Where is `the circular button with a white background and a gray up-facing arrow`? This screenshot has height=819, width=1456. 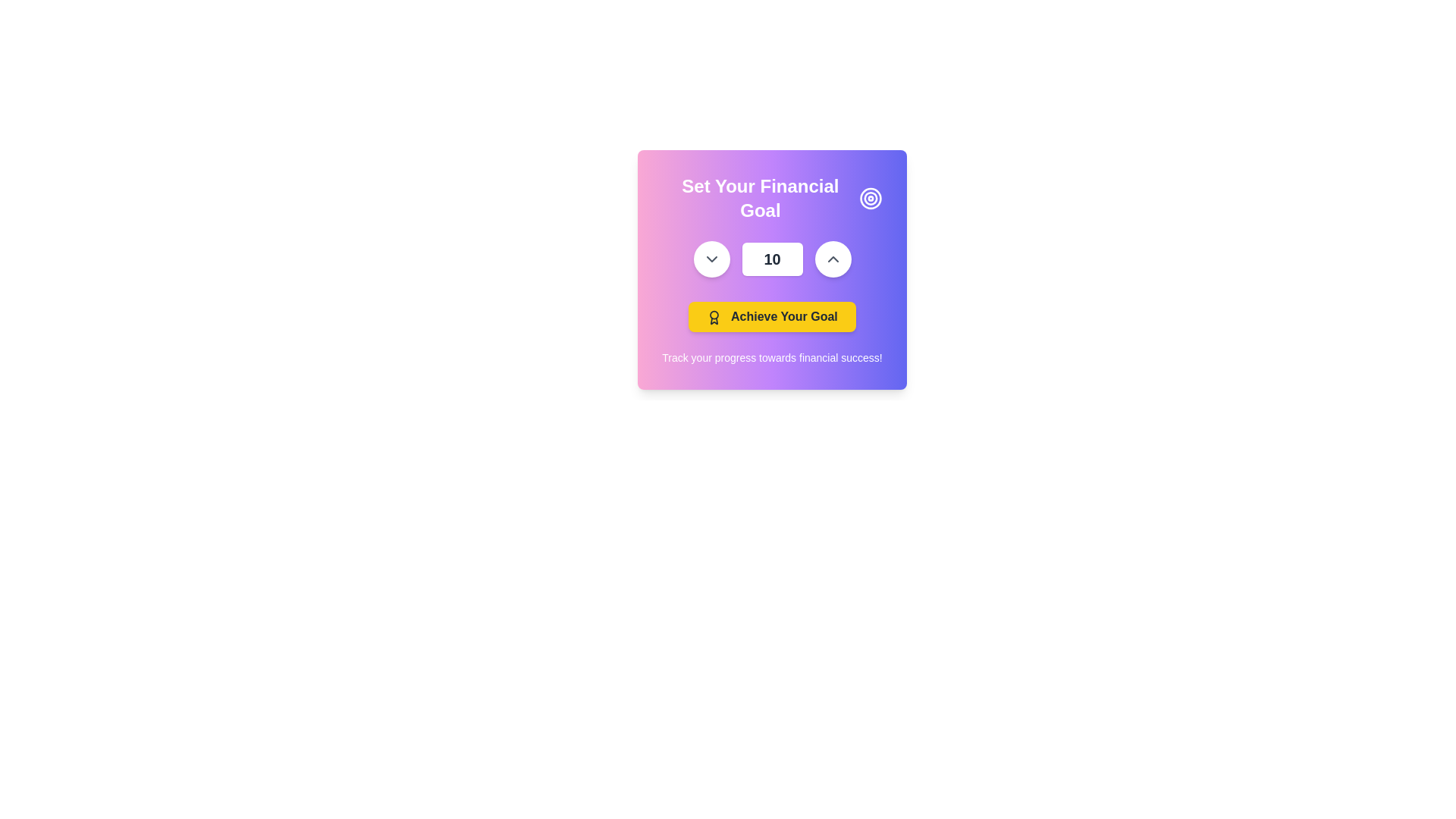
the circular button with a white background and a gray up-facing arrow is located at coordinates (832, 259).